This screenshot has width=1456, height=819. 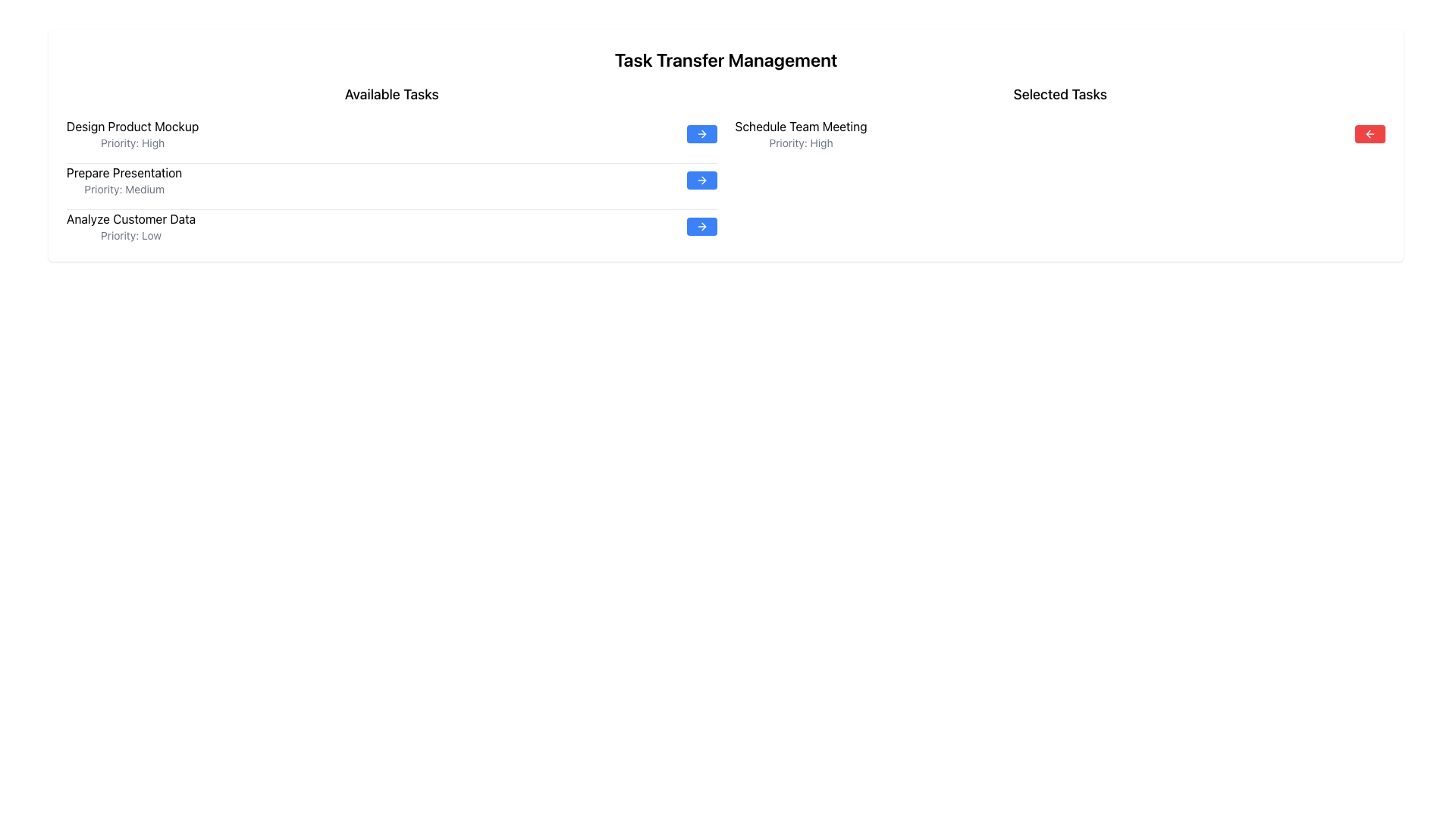 I want to click on the rightwards arrow icon embedded in the button located in the 'Available Tasks' section next to the task labeled 'Prepare Presentation', so click(x=702, y=180).